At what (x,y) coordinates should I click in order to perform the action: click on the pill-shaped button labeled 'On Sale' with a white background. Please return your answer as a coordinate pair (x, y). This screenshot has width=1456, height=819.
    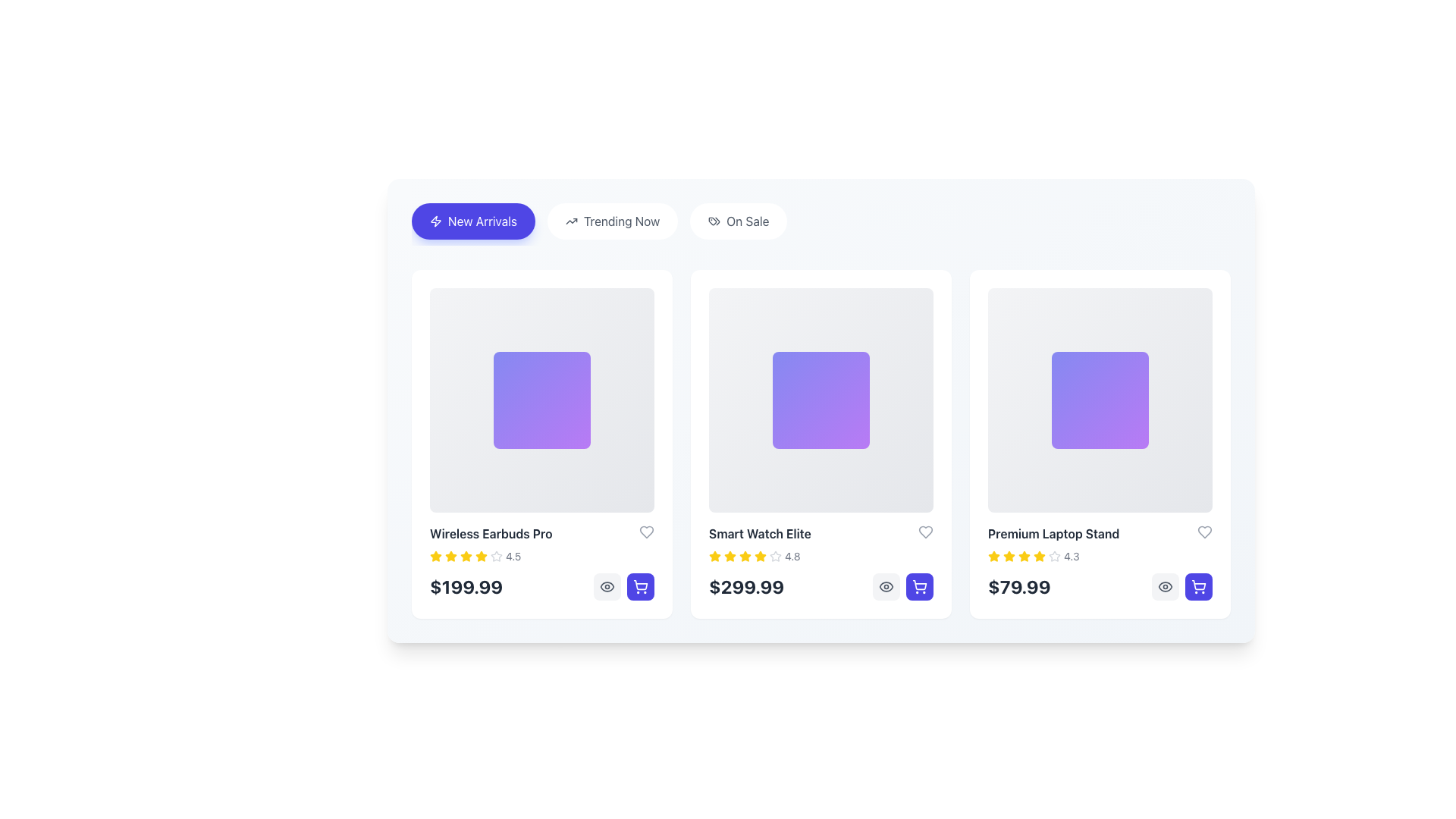
    Looking at the image, I should click on (739, 221).